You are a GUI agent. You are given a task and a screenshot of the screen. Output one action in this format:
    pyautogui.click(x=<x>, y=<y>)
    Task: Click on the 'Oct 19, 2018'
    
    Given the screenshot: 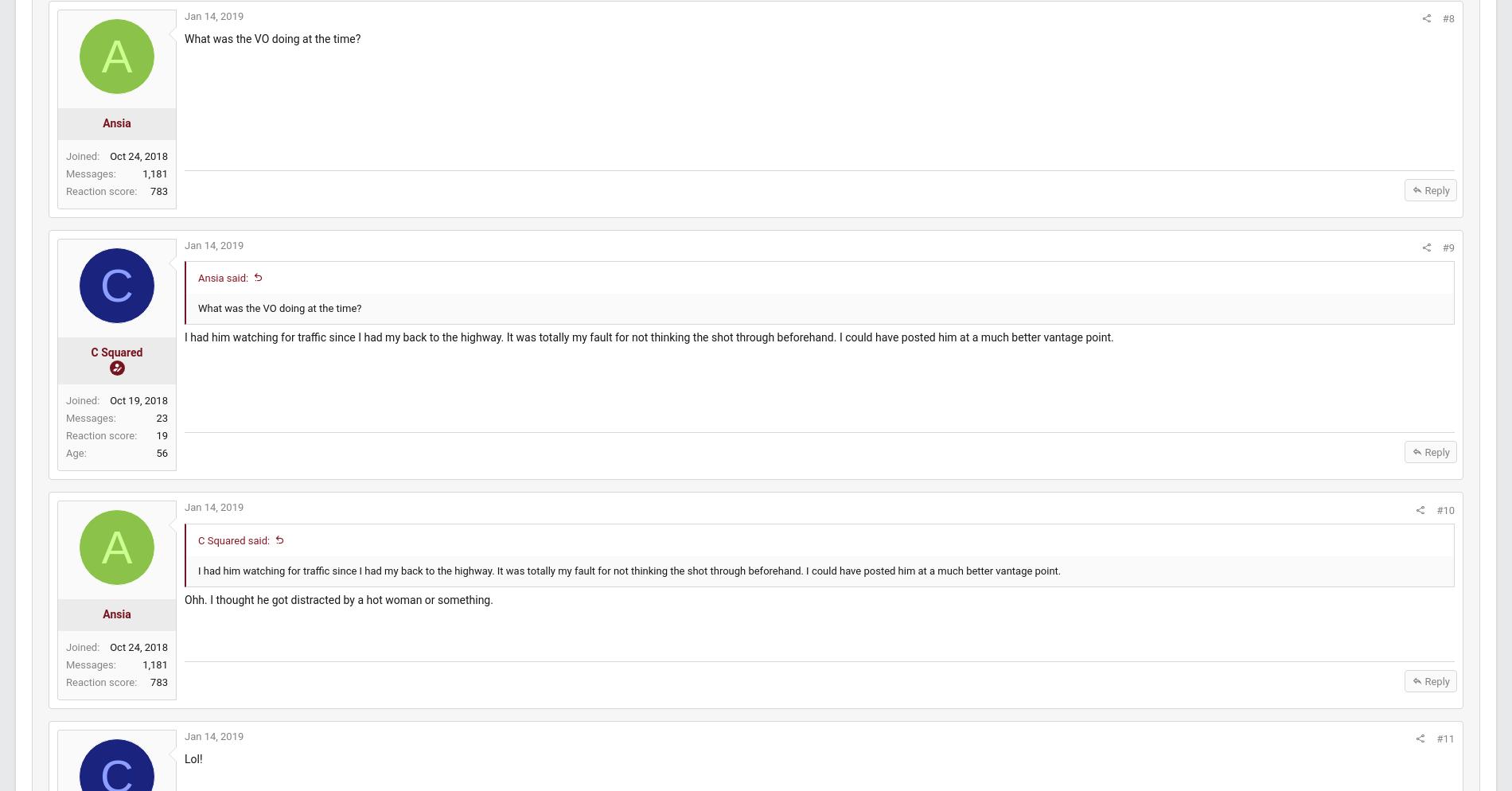 What is the action you would take?
    pyautogui.click(x=176, y=415)
    